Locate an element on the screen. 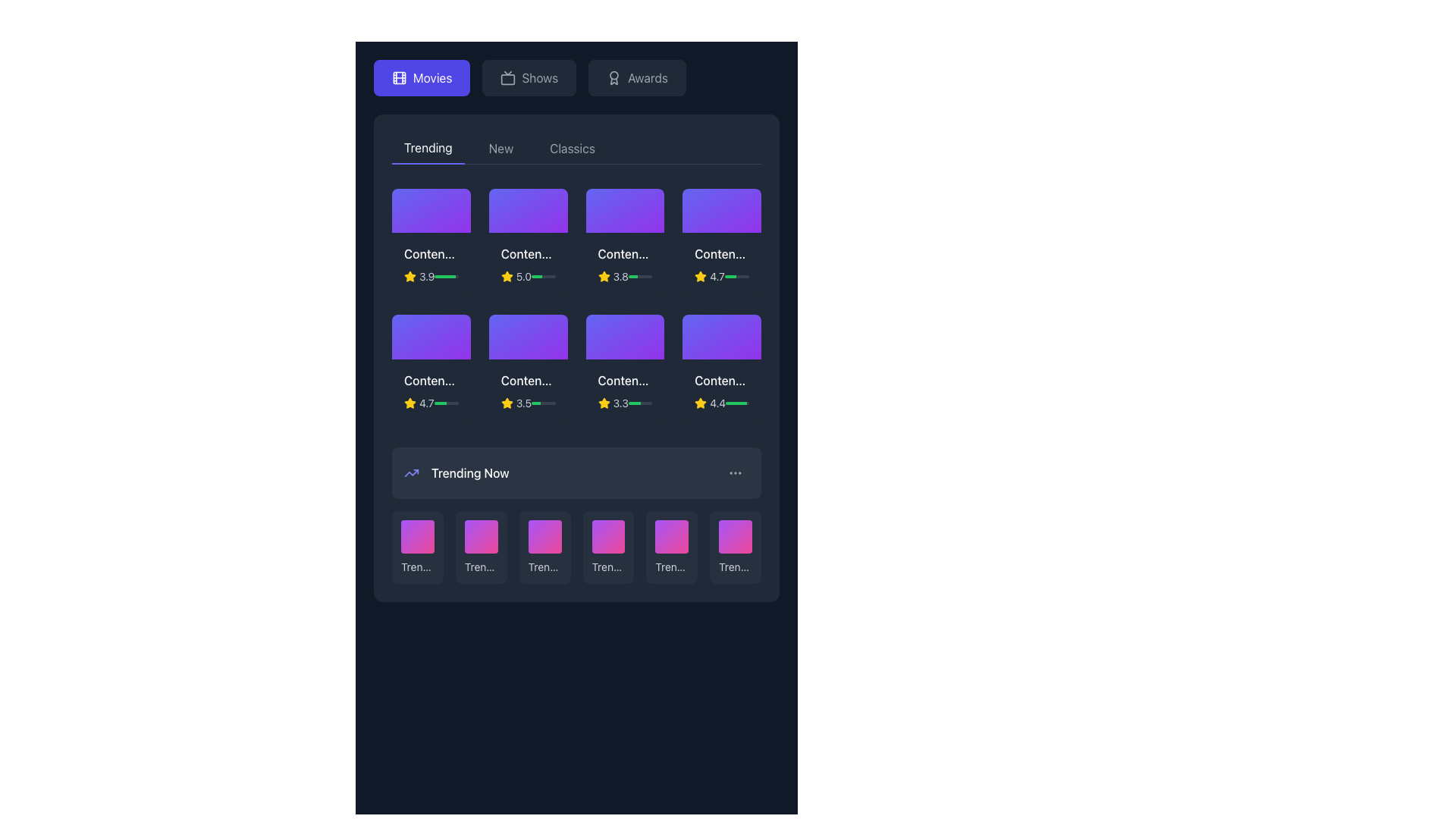  the static text label in the 'Trending' section, which serves as the title or name for the content it represents, located in the second row and fourth column of a grid layout is located at coordinates (528, 379).